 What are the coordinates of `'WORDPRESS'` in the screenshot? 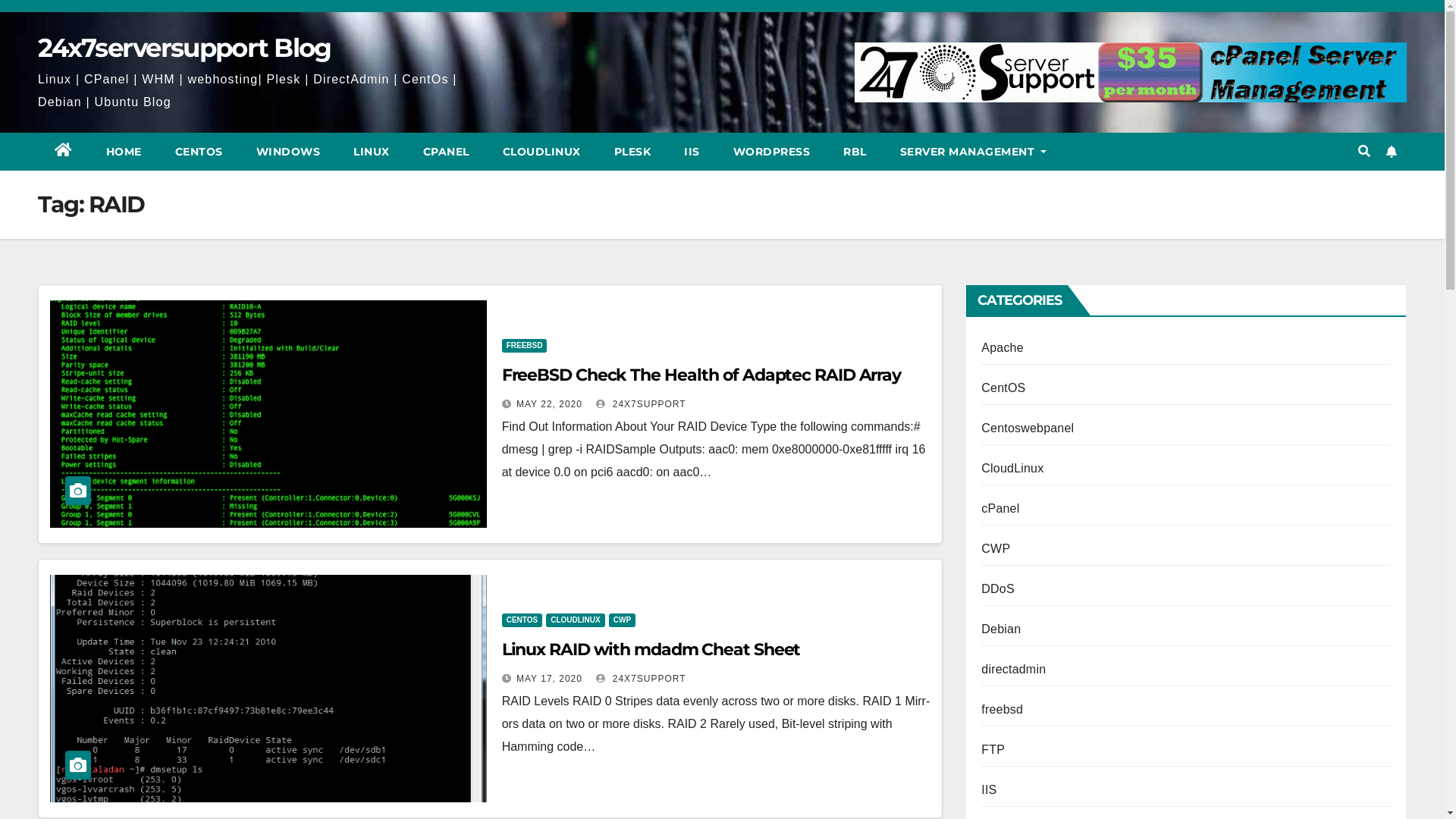 It's located at (771, 152).